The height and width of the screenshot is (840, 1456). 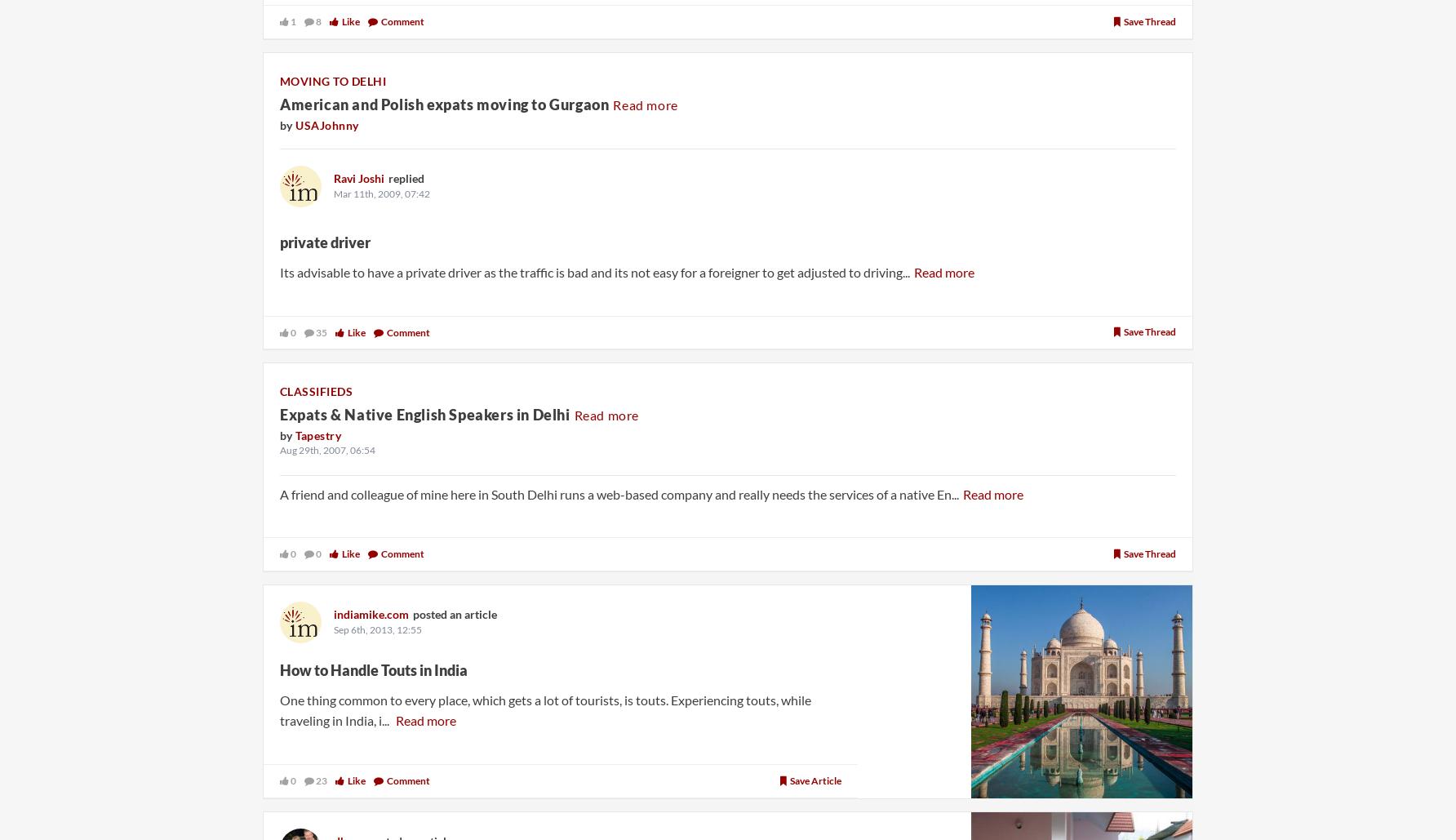 I want to click on 'Aug 29th, 2007, 06:54', so click(x=326, y=449).